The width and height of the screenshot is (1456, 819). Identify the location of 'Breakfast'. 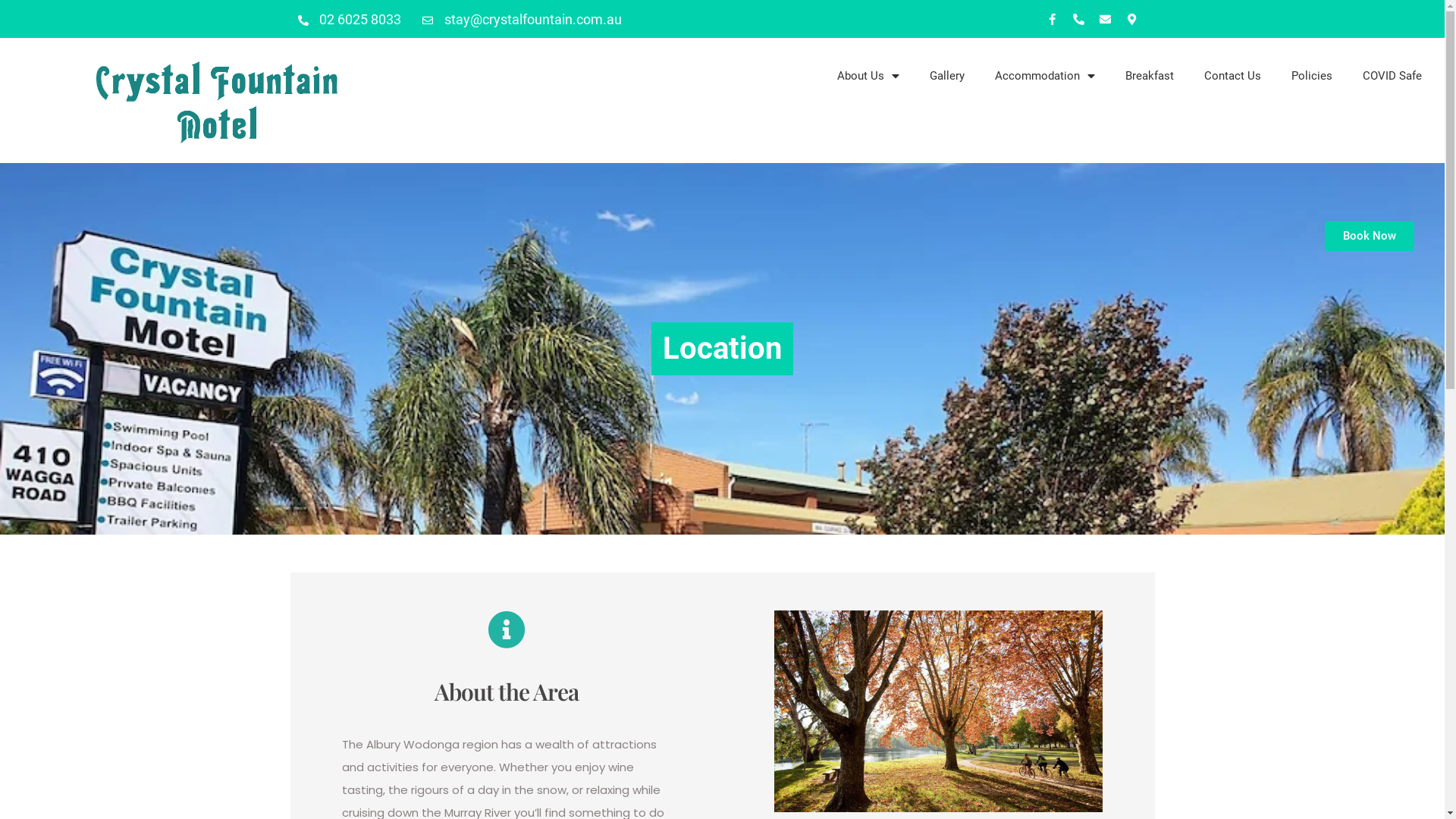
(1150, 76).